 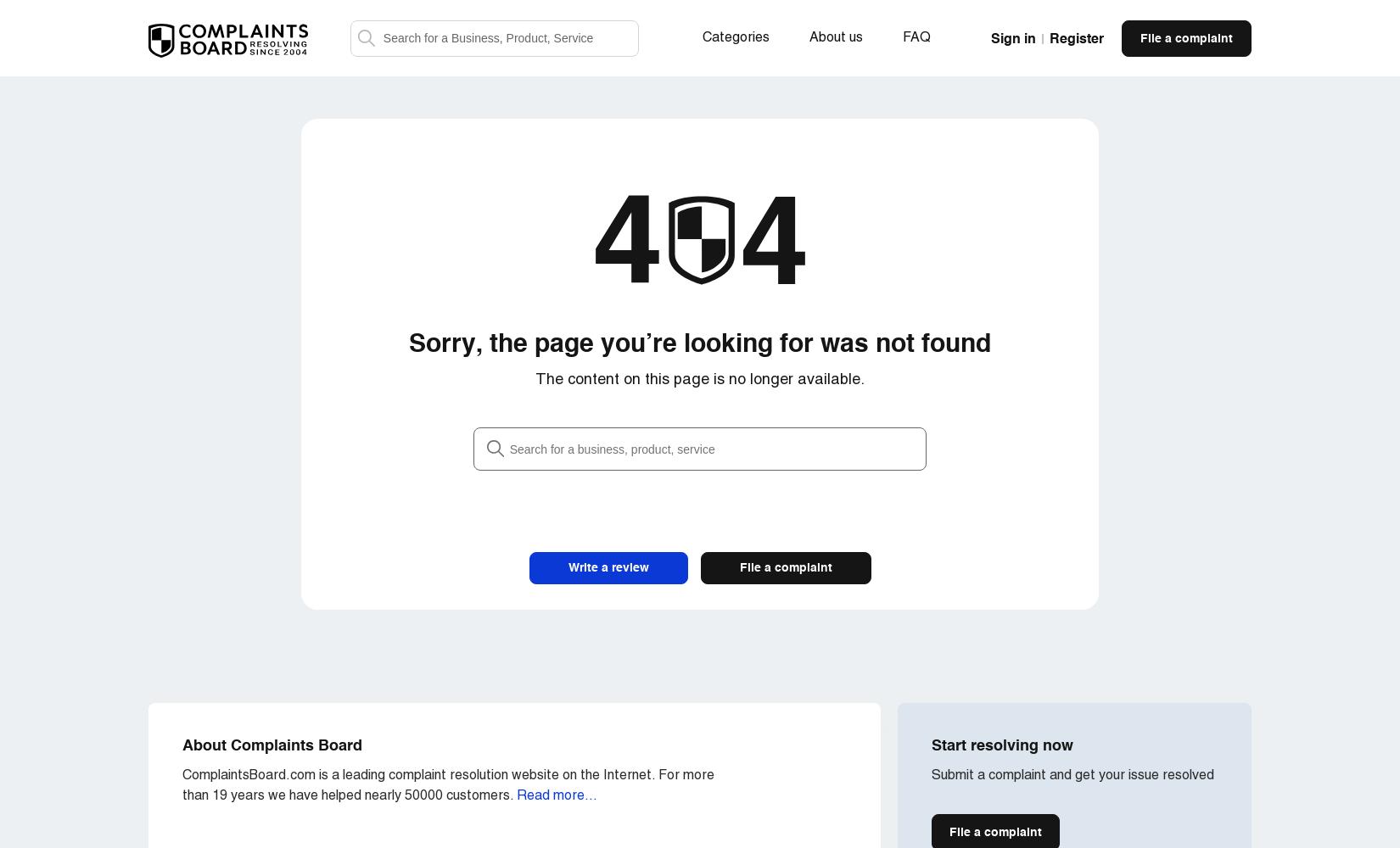 What do you see at coordinates (736, 38) in the screenshot?
I see `'Categories'` at bounding box center [736, 38].